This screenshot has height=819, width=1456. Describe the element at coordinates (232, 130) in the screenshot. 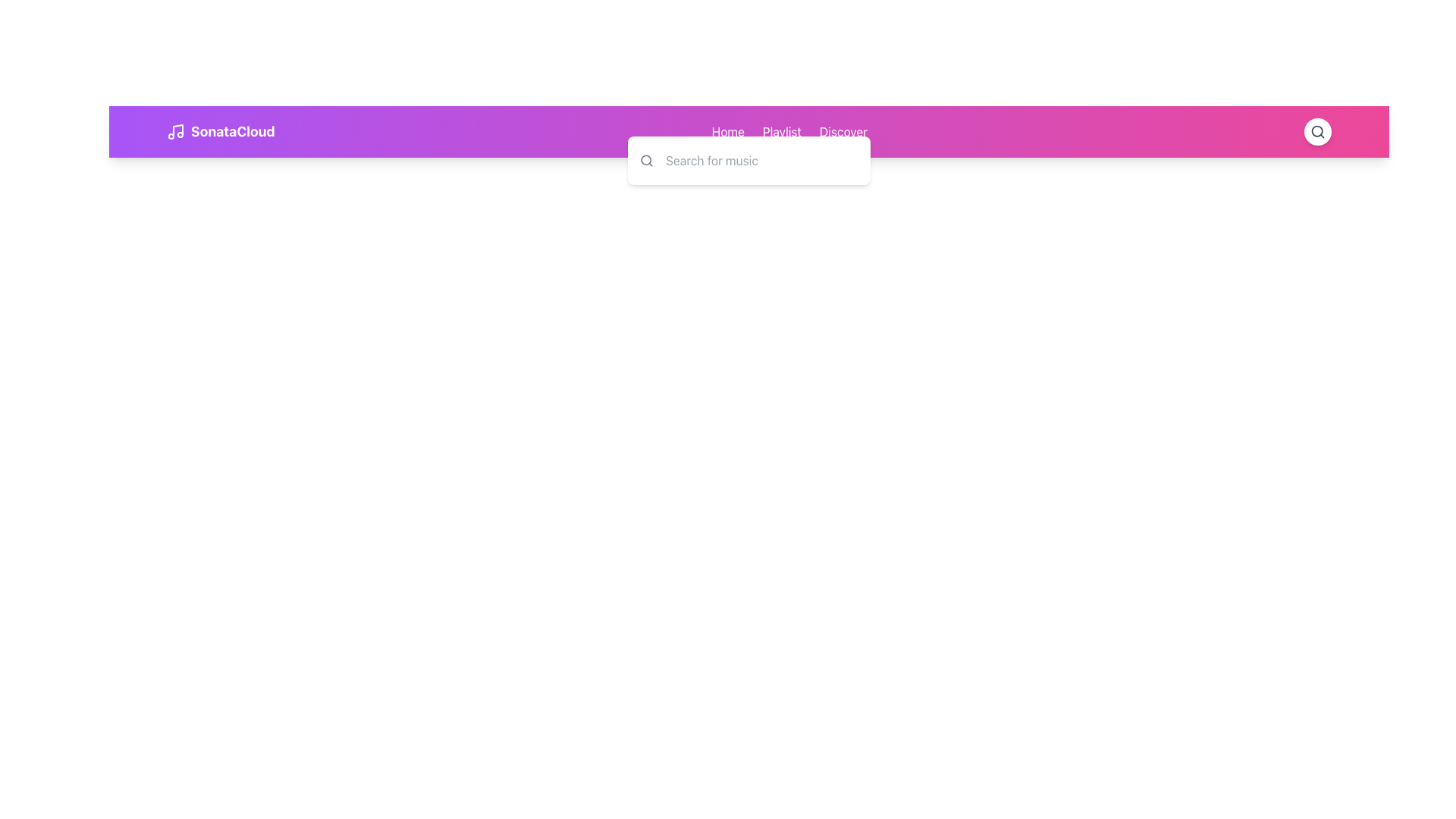

I see `the text label 'SonataCloud' which is in bold, large font, located next to a musical note icon on a gradient background` at that location.